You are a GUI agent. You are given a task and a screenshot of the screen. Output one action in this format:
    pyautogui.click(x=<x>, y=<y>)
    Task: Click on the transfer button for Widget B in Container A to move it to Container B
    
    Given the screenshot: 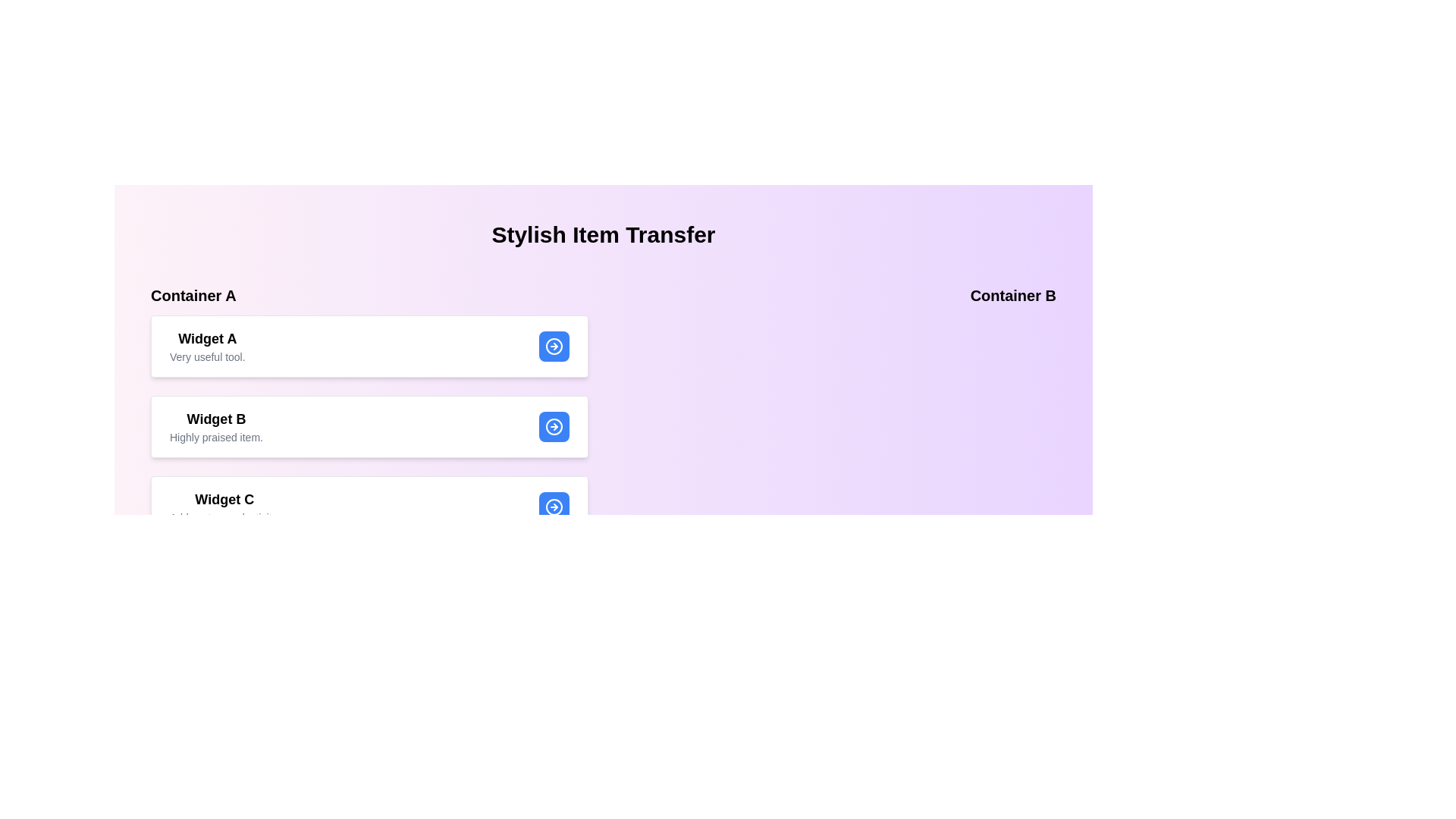 What is the action you would take?
    pyautogui.click(x=553, y=427)
    